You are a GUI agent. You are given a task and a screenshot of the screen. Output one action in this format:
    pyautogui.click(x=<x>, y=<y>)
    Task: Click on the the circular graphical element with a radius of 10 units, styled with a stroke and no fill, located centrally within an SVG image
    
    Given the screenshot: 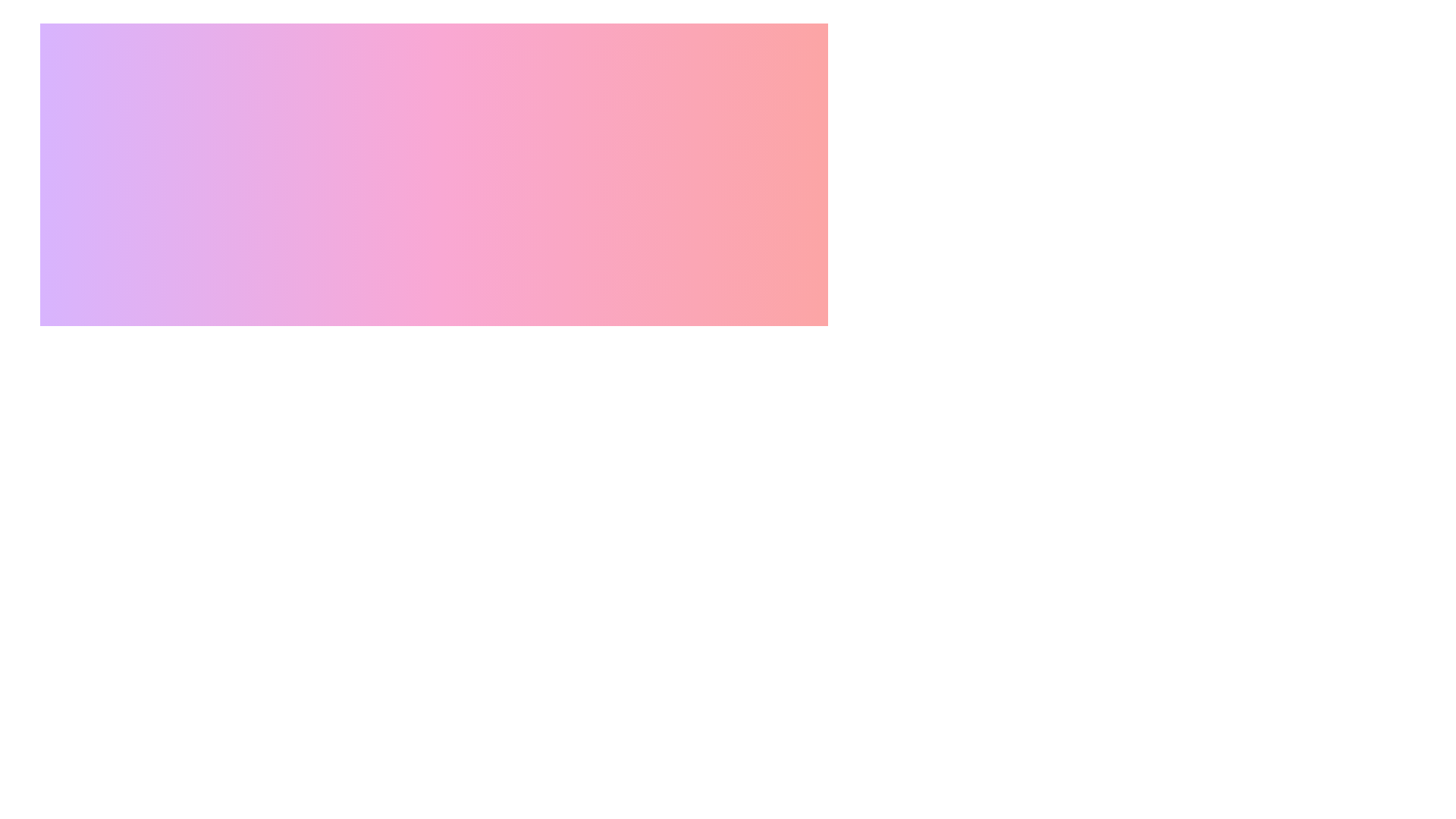 What is the action you would take?
    pyautogui.click(x=300, y=472)
    